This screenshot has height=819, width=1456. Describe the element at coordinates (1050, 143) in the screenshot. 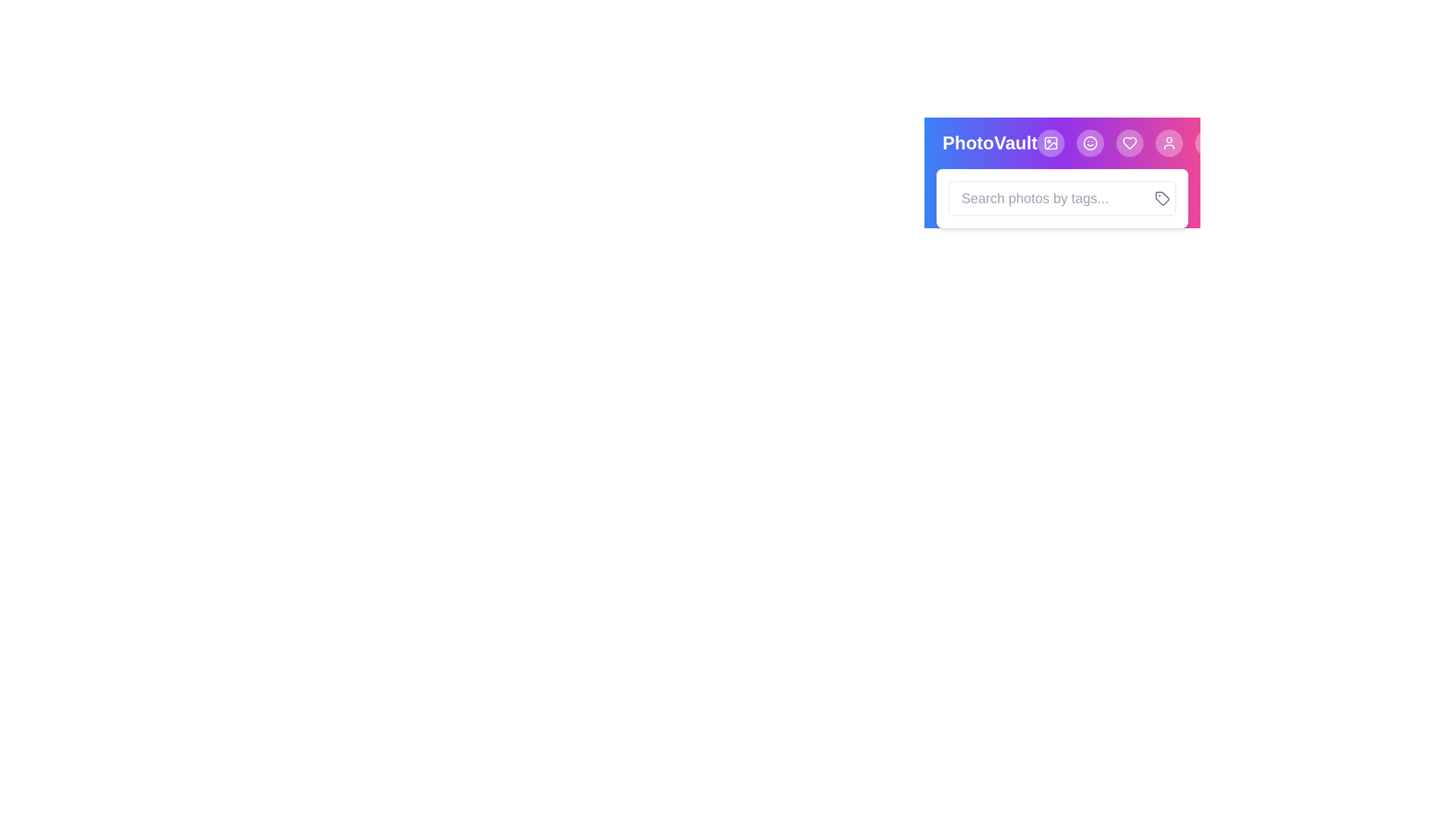

I see `the Image button to navigate to the corresponding feature` at that location.